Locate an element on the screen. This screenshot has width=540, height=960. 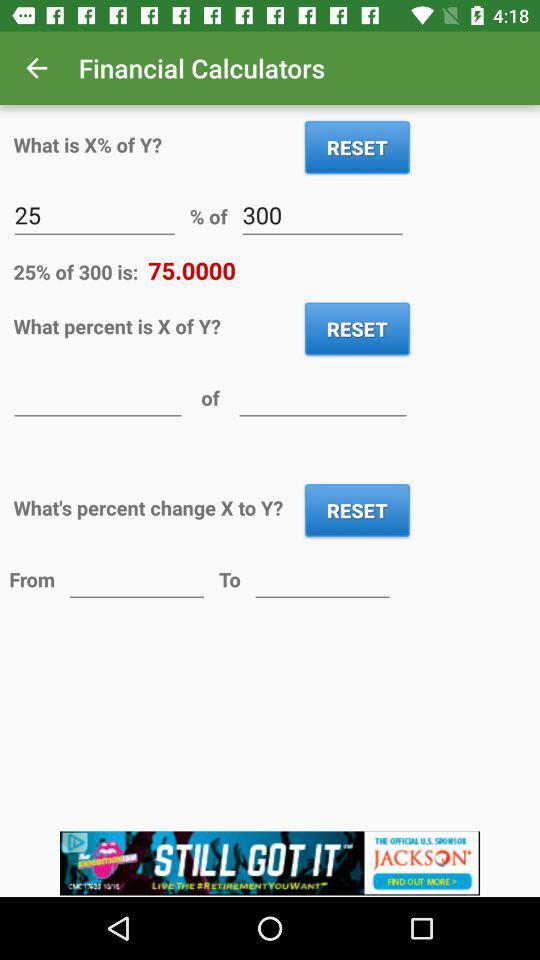
final value after the change is located at coordinates (322, 578).